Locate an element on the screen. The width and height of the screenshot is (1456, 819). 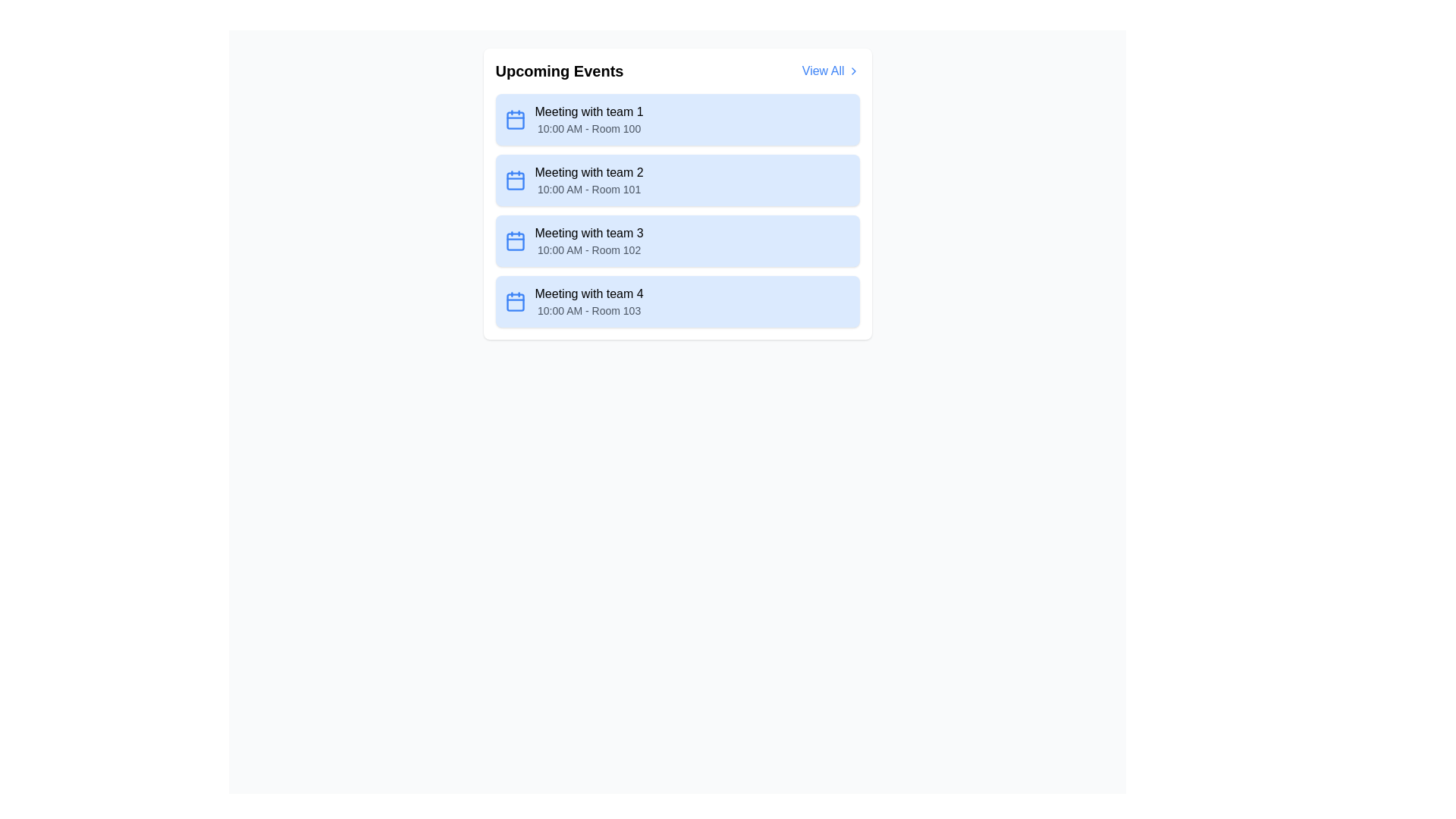
the informational text label displaying time and location details for the event 'Meeting with team 2', located at the bottom section of the second card under 'Upcoming Events' is located at coordinates (588, 189).